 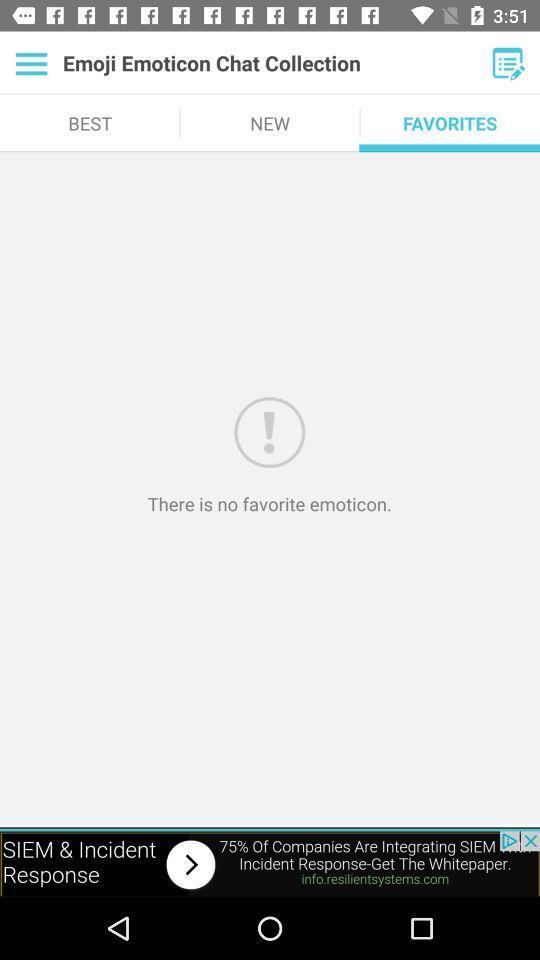 I want to click on new, so click(x=508, y=63).